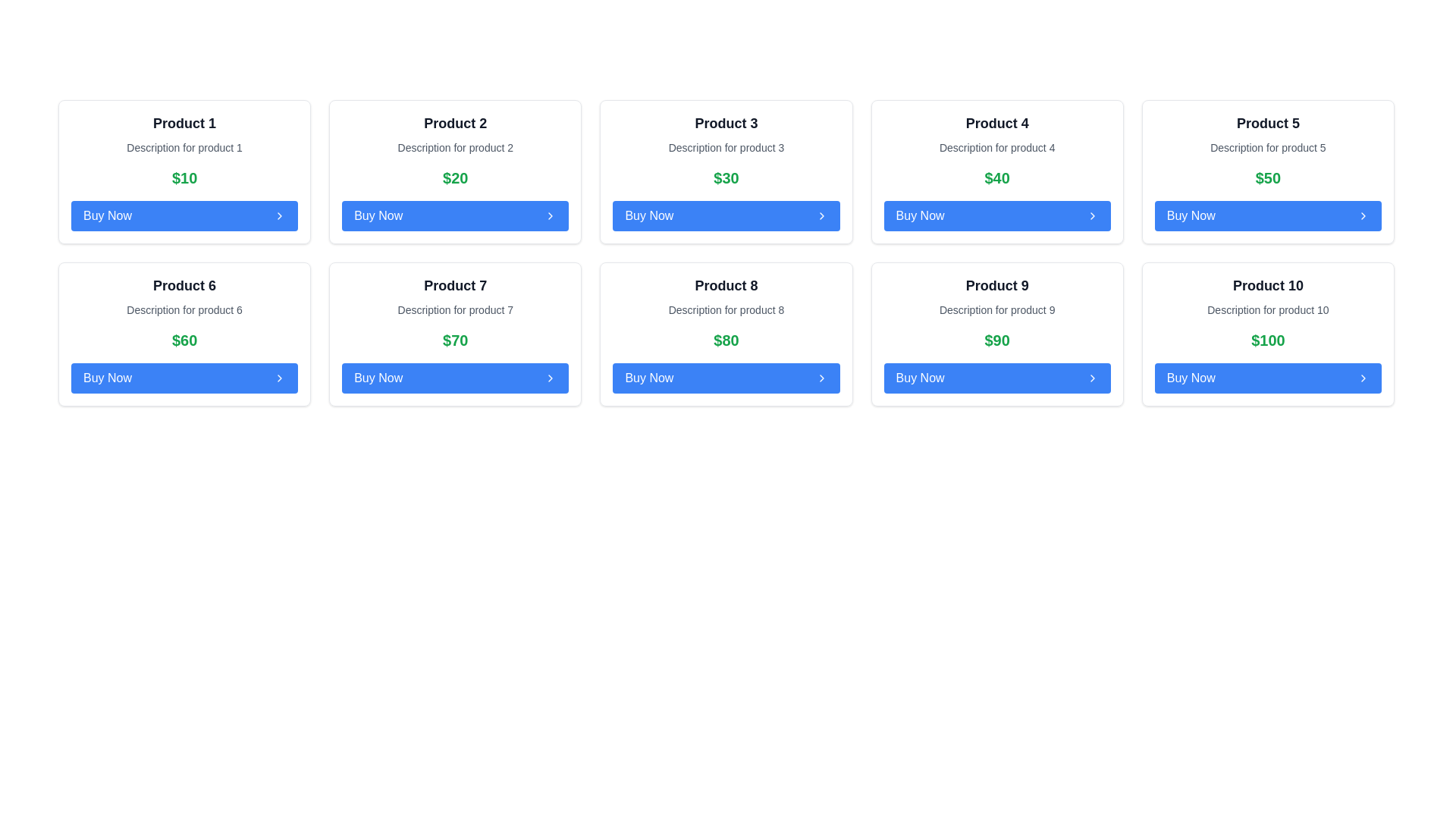  Describe the element at coordinates (1268, 309) in the screenshot. I see `static text that provides information about 'Product 10', which is located below the title and above the price in the product card` at that location.